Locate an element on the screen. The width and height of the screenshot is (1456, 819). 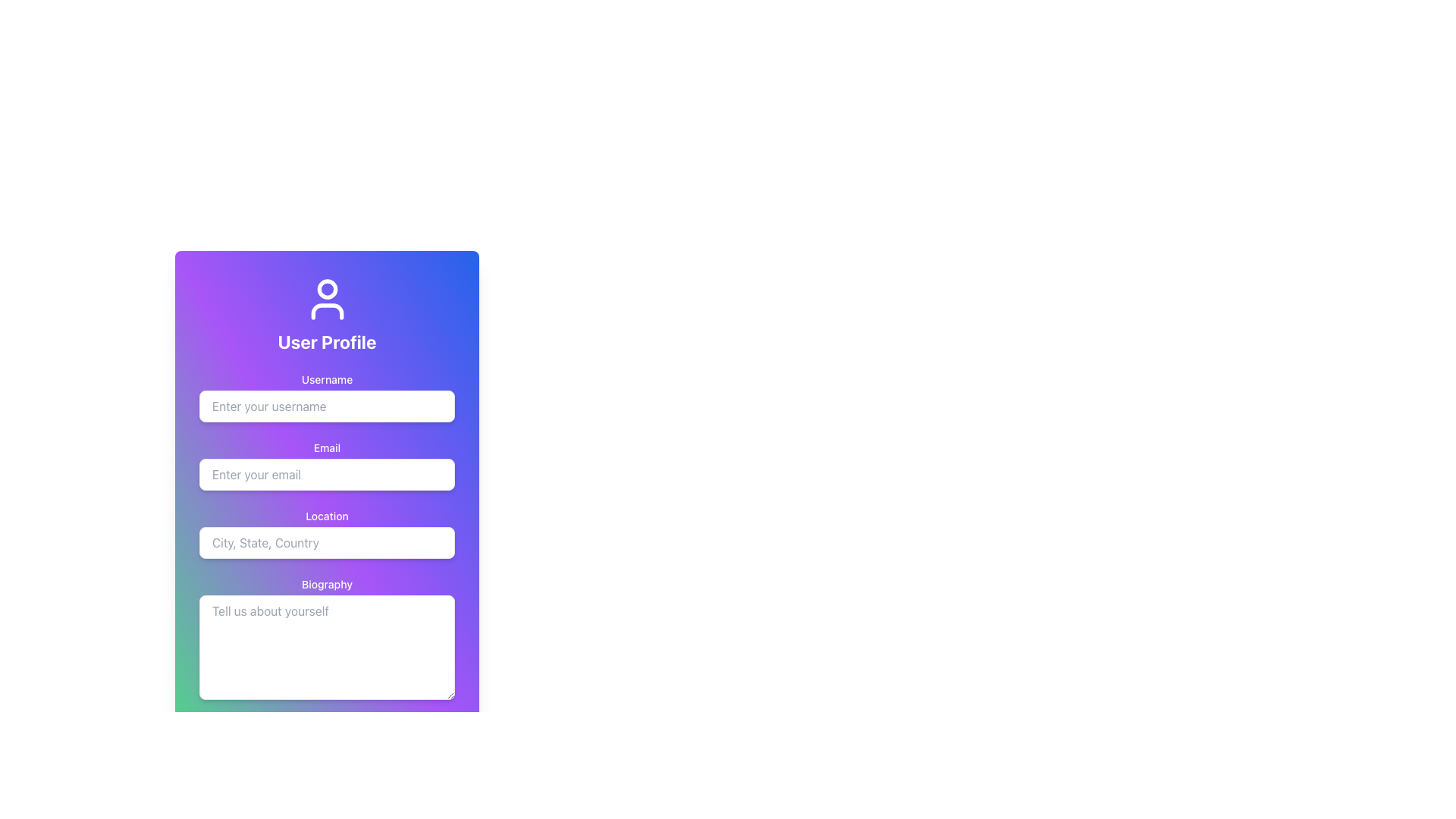
the 'Username' text label which is styled in a small, bold font and has a gradient background, located above the username input field is located at coordinates (326, 379).